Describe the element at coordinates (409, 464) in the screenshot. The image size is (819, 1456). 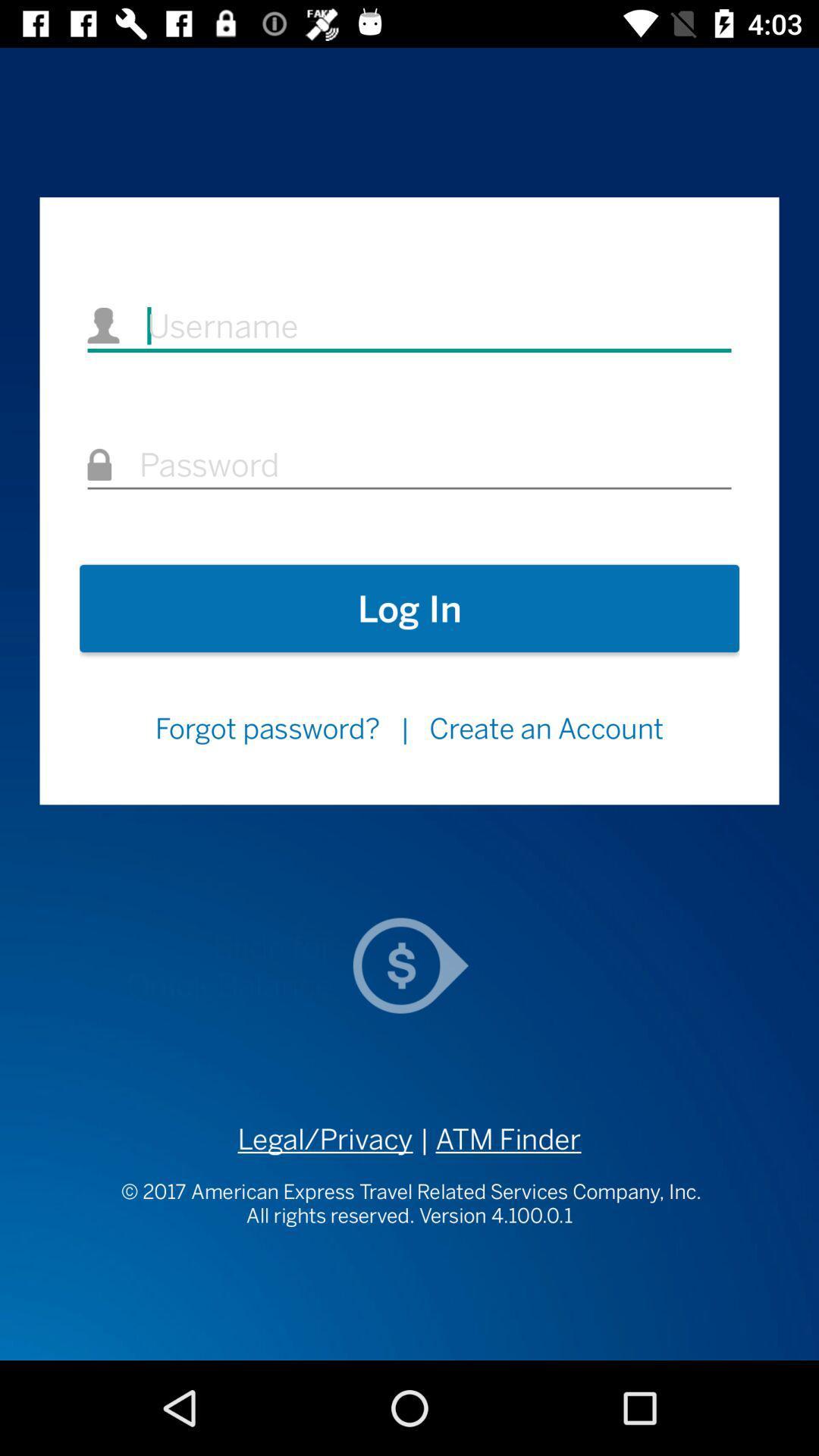
I see `open password field` at that location.